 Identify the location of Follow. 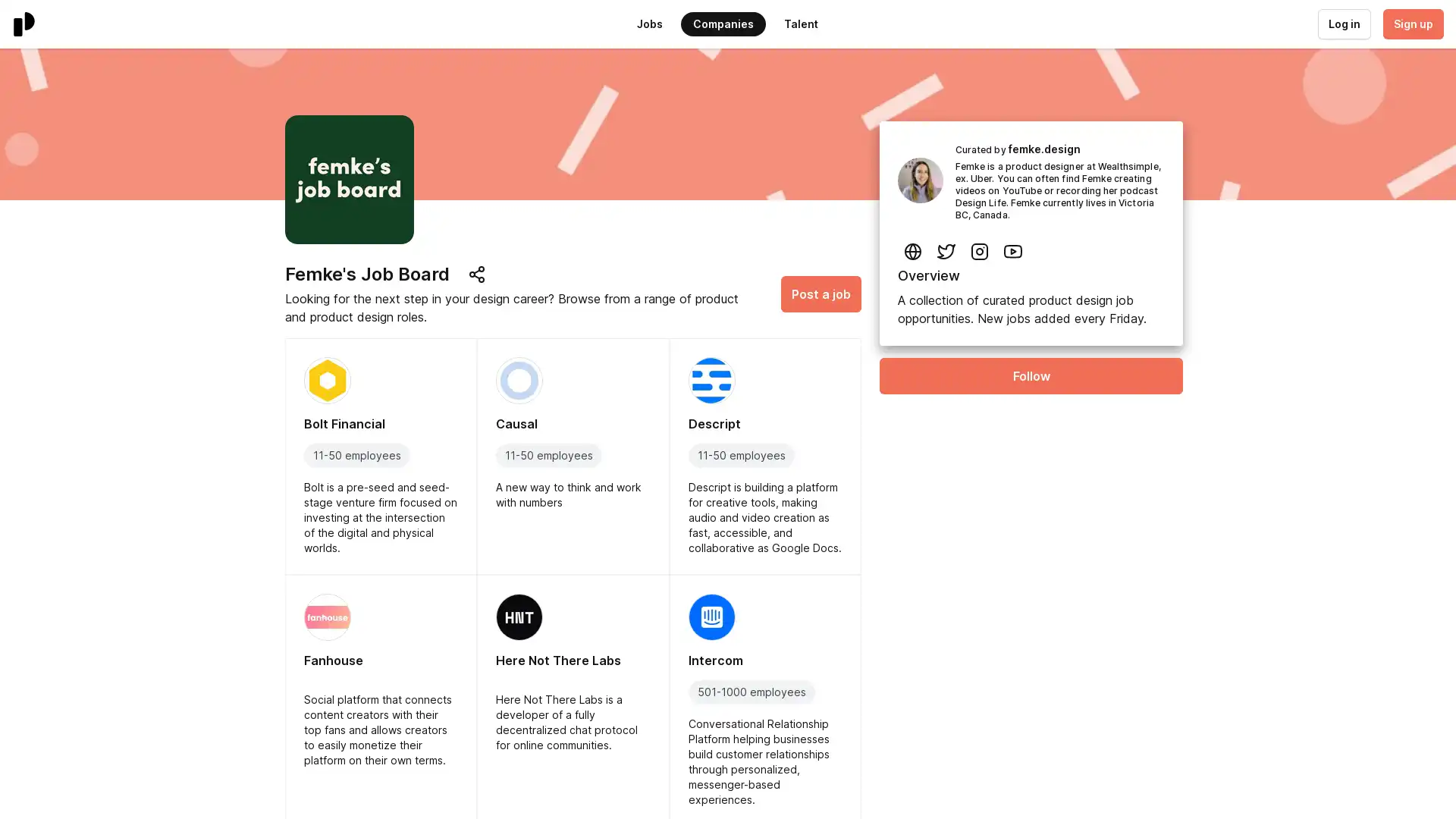
(1031, 375).